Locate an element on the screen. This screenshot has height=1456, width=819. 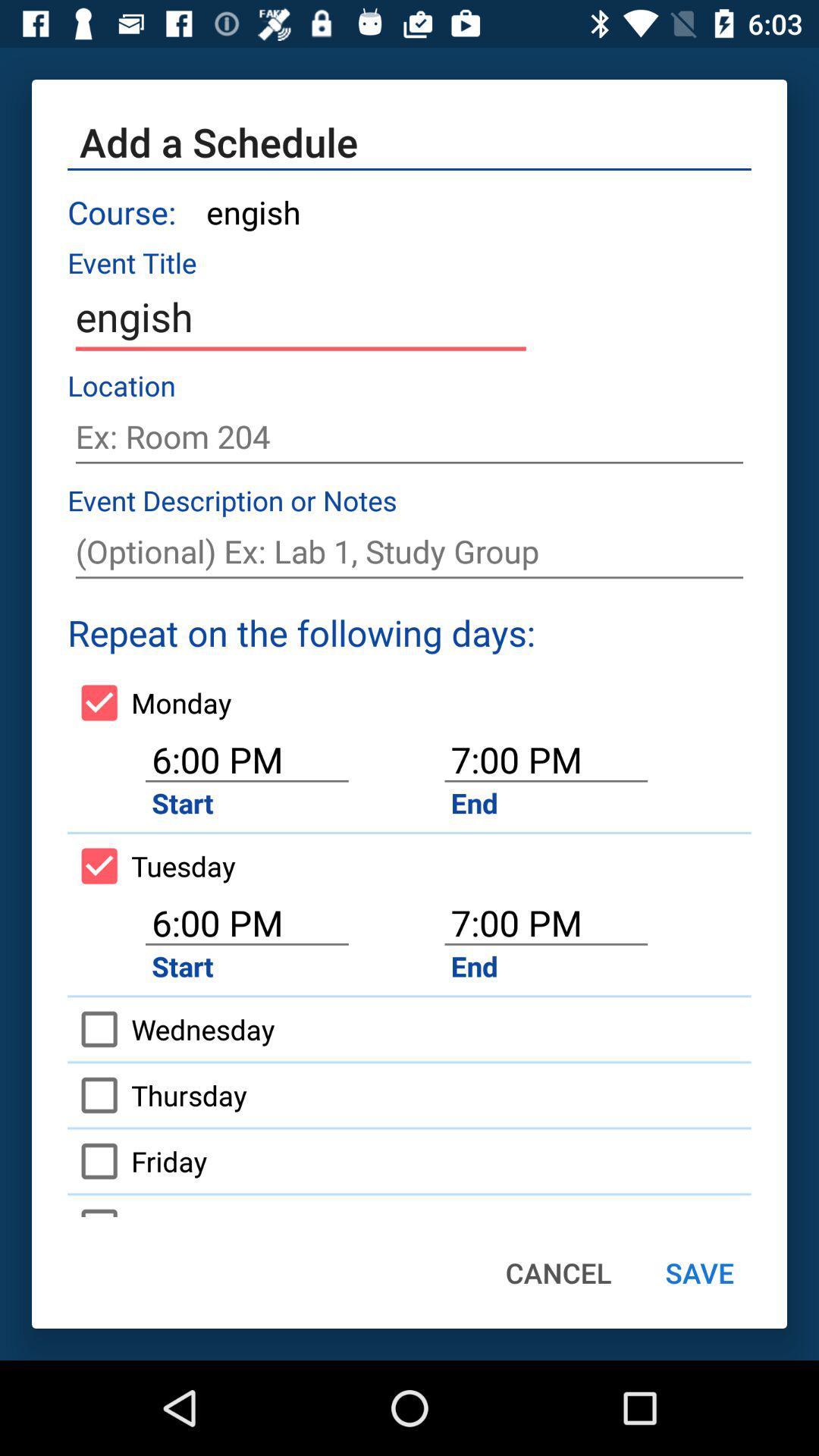
event notes is located at coordinates (409, 551).